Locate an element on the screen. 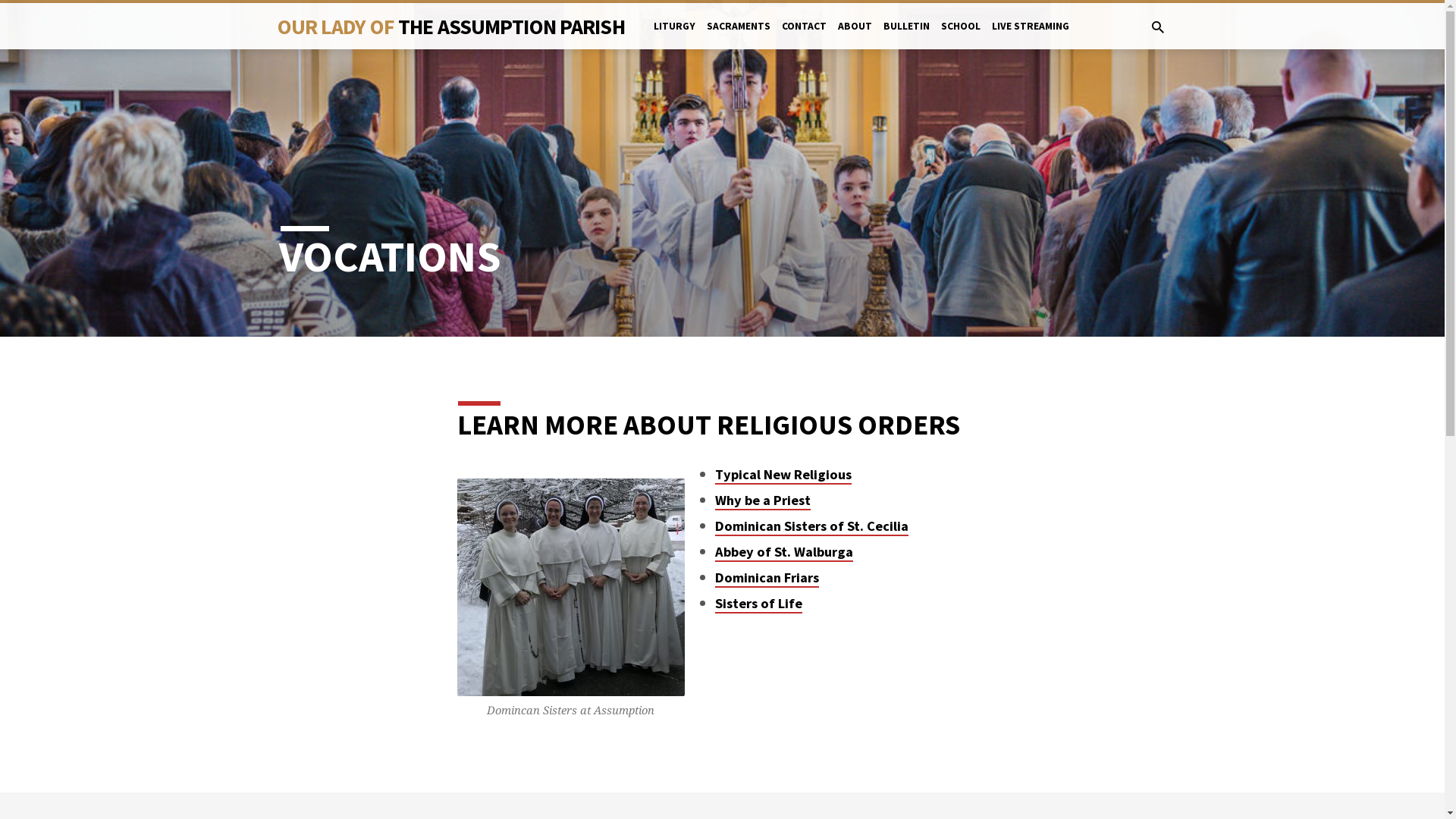 The width and height of the screenshot is (1456, 819). 'BULLETIN' is located at coordinates (906, 35).